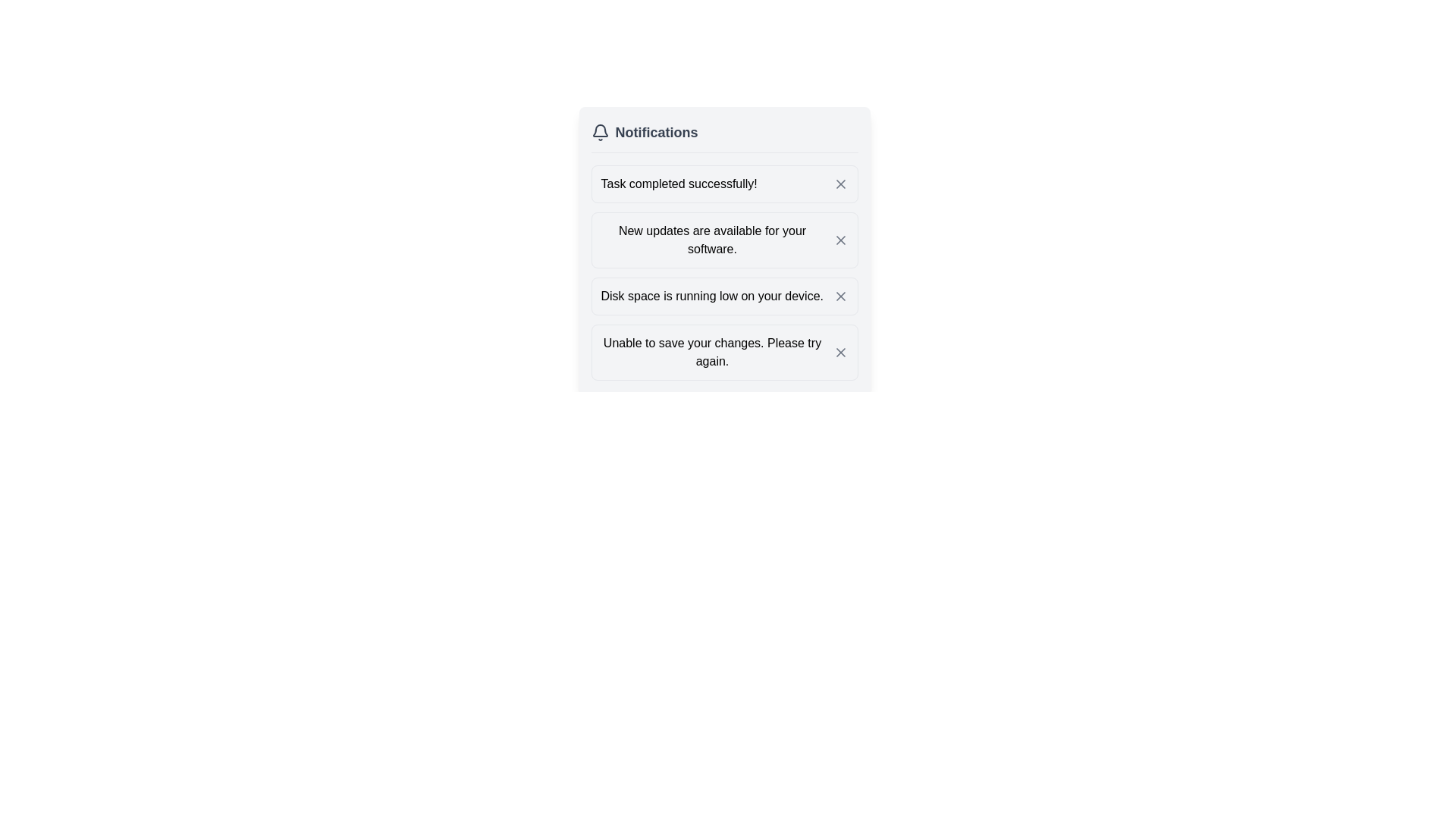  I want to click on the dismiss button located to the far right of the 'New updates are available for your software.' notification box, so click(839, 239).